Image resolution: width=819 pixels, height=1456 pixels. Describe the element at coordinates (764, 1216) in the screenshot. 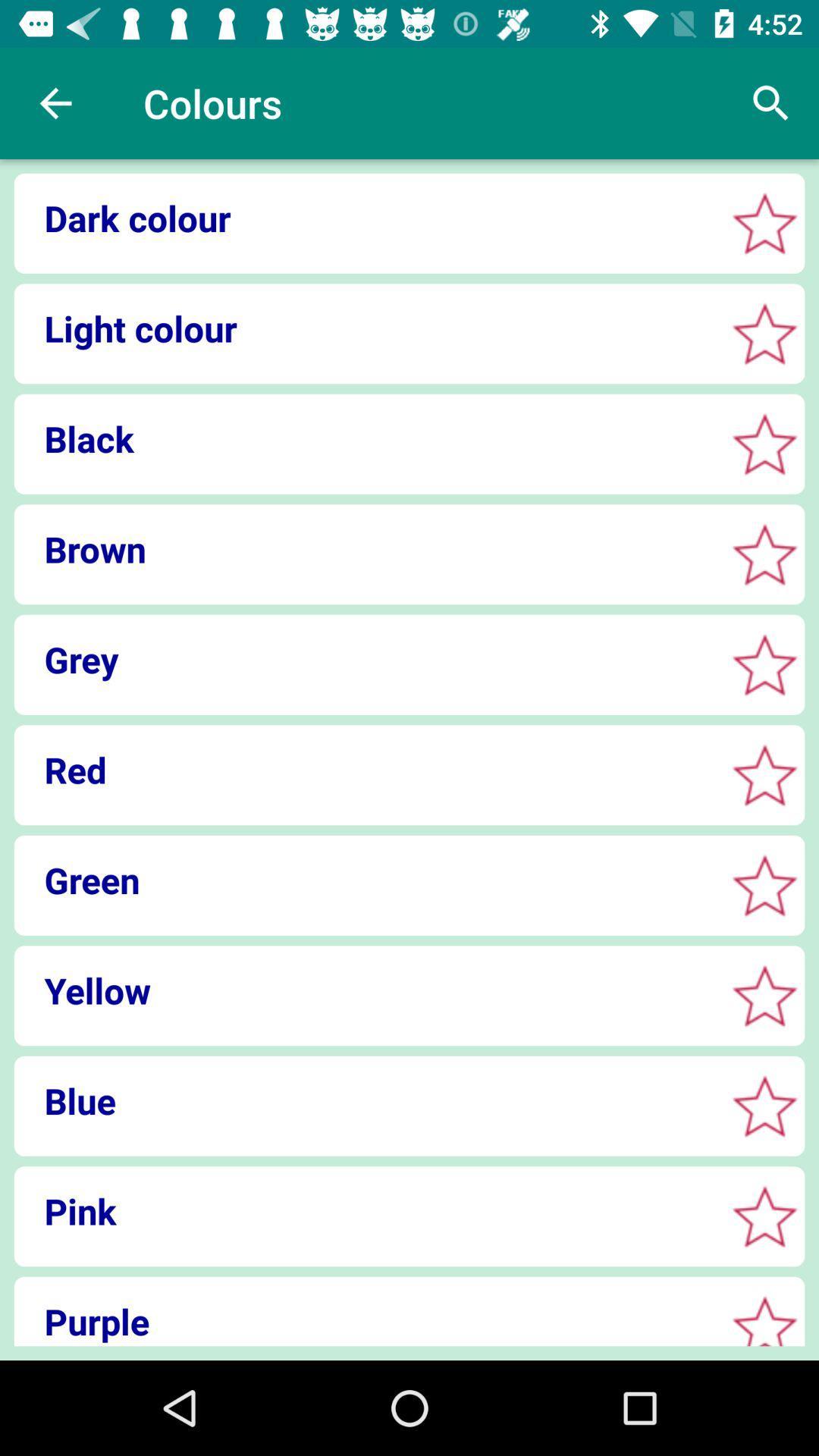

I see `fill in the star by clicking on it to indicate color choice pink` at that location.